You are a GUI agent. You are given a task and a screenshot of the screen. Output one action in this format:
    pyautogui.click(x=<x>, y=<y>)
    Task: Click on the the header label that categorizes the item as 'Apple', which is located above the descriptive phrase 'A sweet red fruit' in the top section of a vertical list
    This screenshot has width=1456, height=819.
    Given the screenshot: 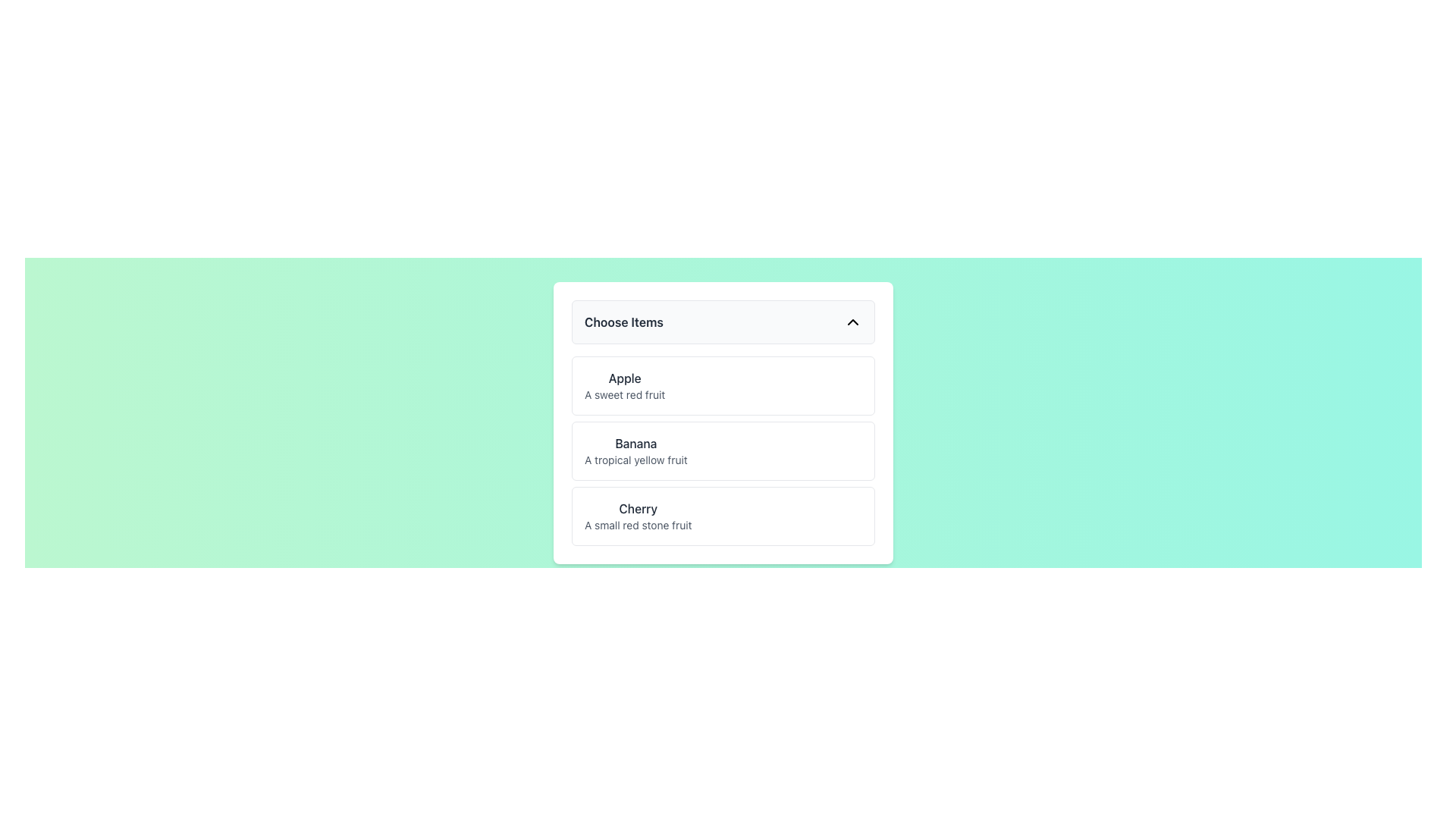 What is the action you would take?
    pyautogui.click(x=625, y=377)
    